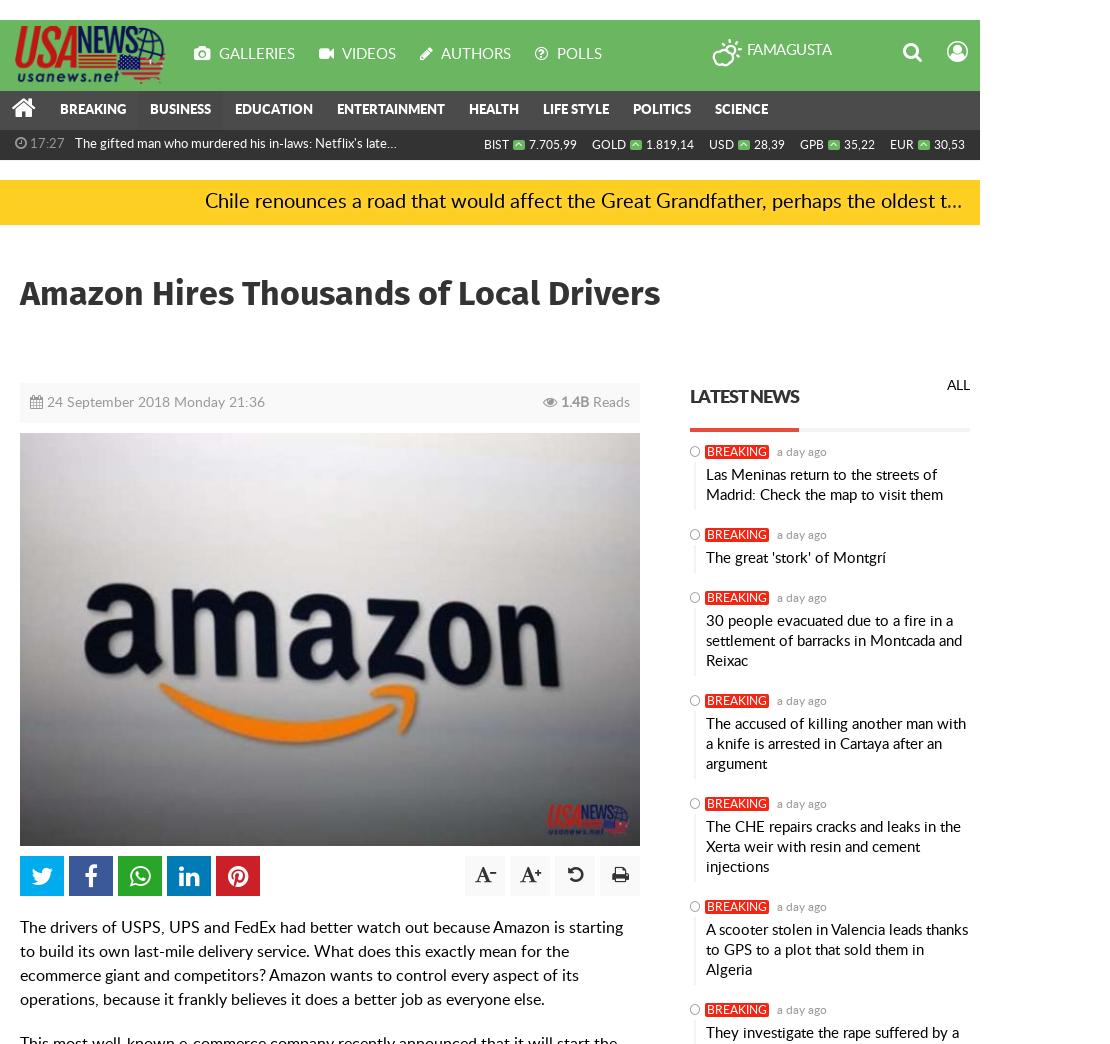  Describe the element at coordinates (768, 144) in the screenshot. I see `'28,39'` at that location.